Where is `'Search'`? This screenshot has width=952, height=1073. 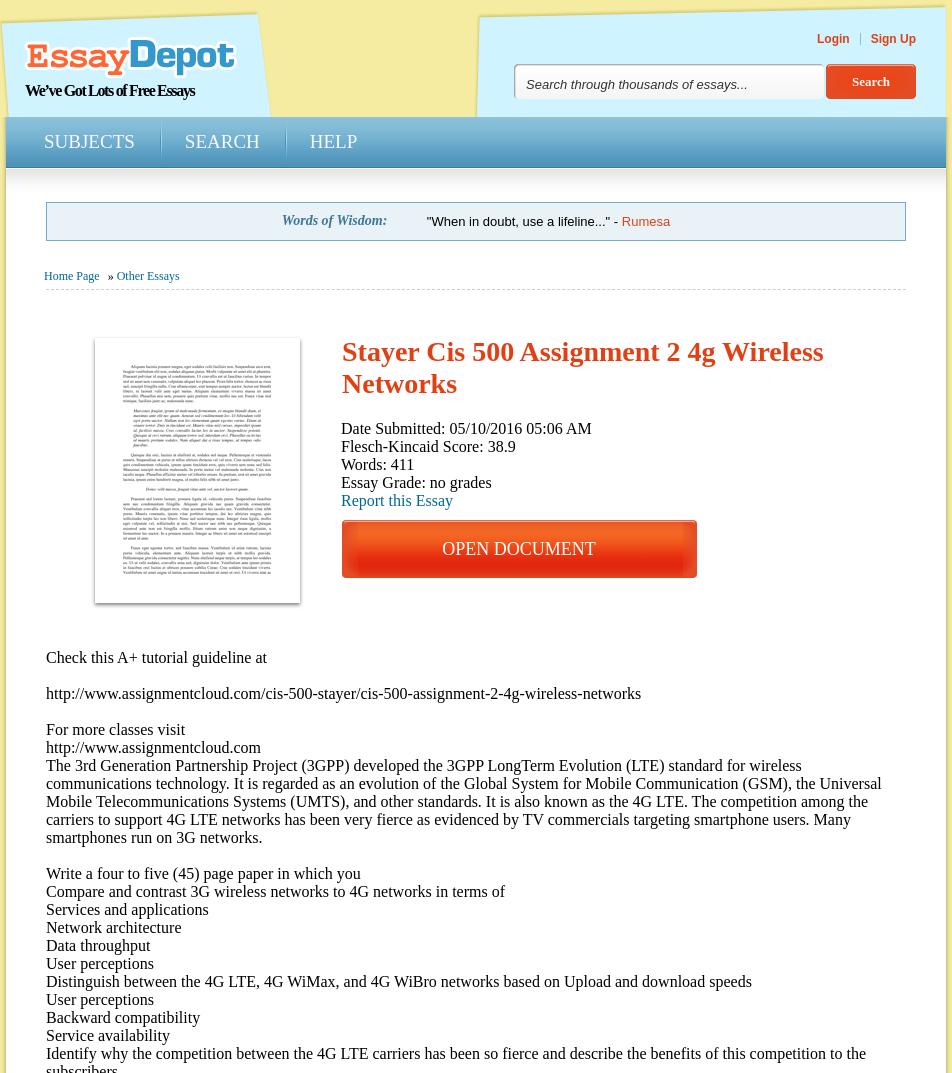
'Search' is located at coordinates (221, 140).